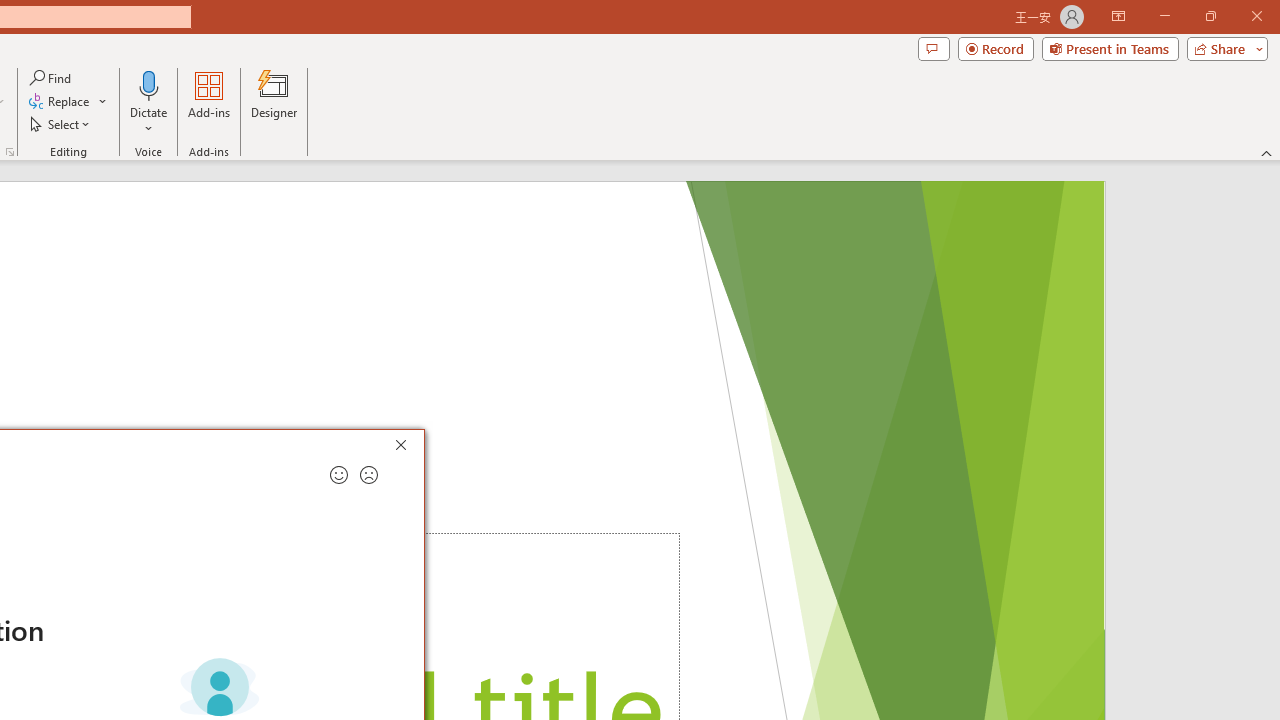 The height and width of the screenshot is (720, 1280). What do you see at coordinates (339, 475) in the screenshot?
I see `'Send a smile for feedback'` at bounding box center [339, 475].